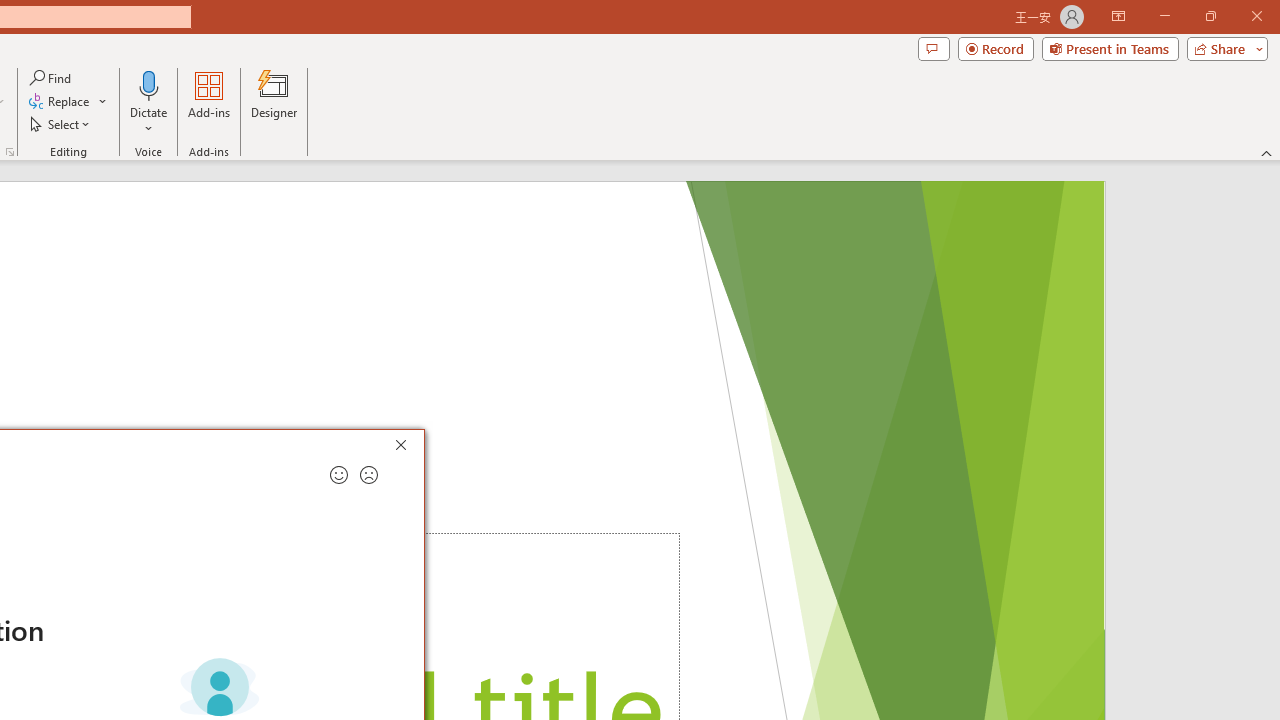 The height and width of the screenshot is (720, 1280). What do you see at coordinates (339, 475) in the screenshot?
I see `'Send a smile for feedback'` at bounding box center [339, 475].